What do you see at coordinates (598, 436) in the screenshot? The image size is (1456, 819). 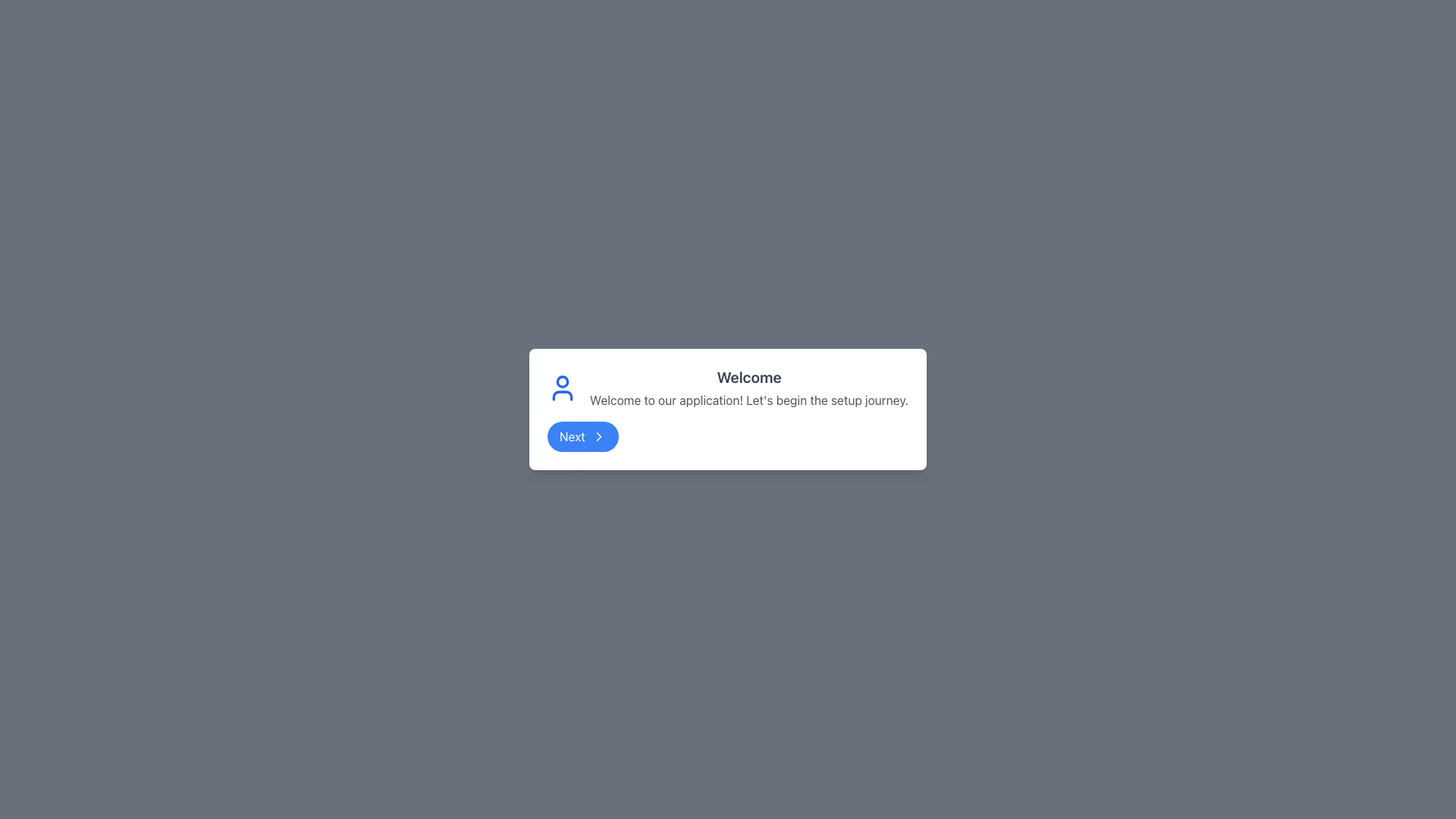 I see `the chevron icon indicating forward navigation next to the 'Next' button, which is located in the lower left portion of a card-style interface` at bounding box center [598, 436].